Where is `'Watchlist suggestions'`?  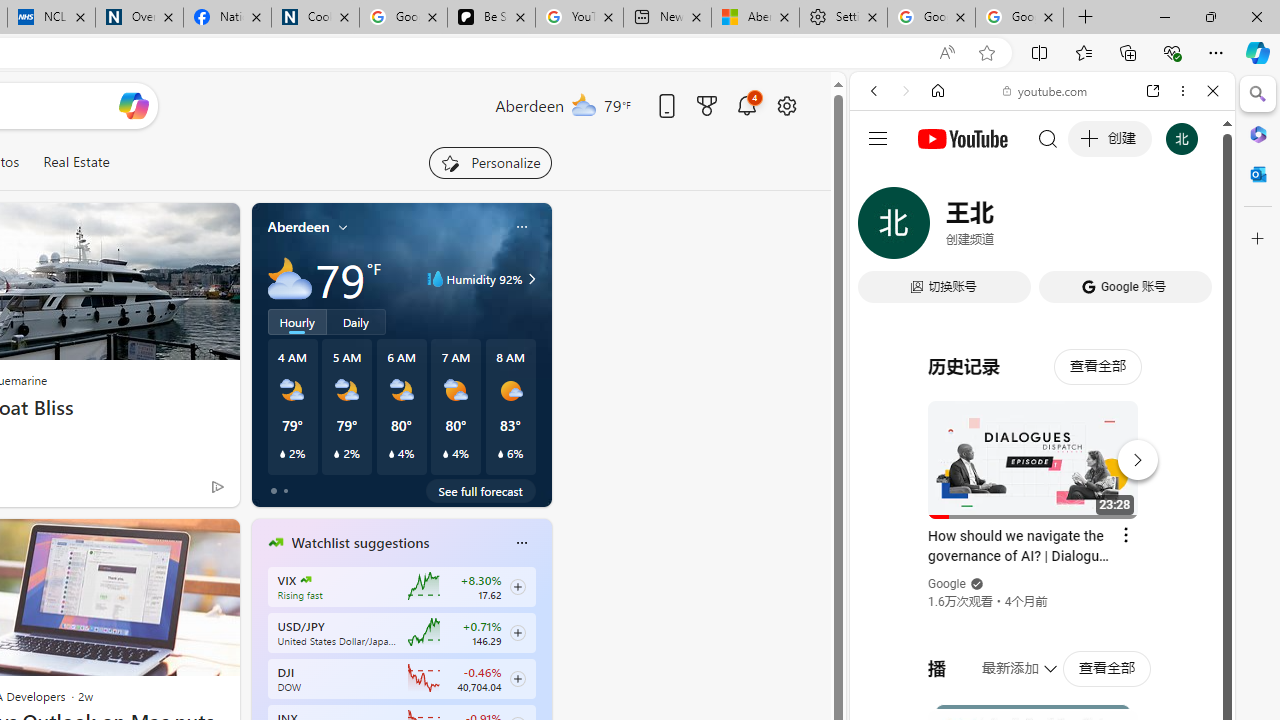
'Watchlist suggestions' is located at coordinates (360, 543).